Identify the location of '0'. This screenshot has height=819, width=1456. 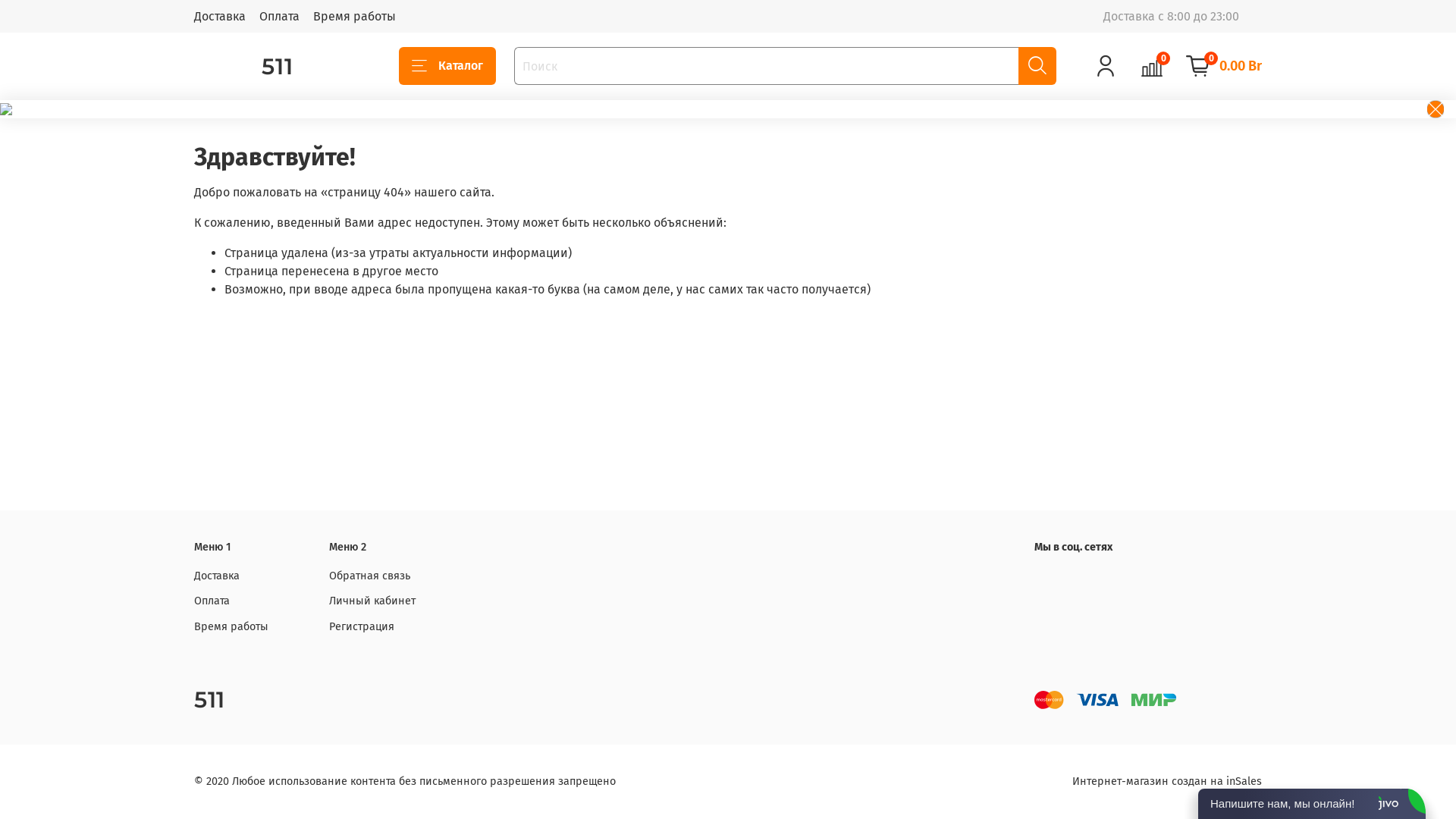
(1151, 65).